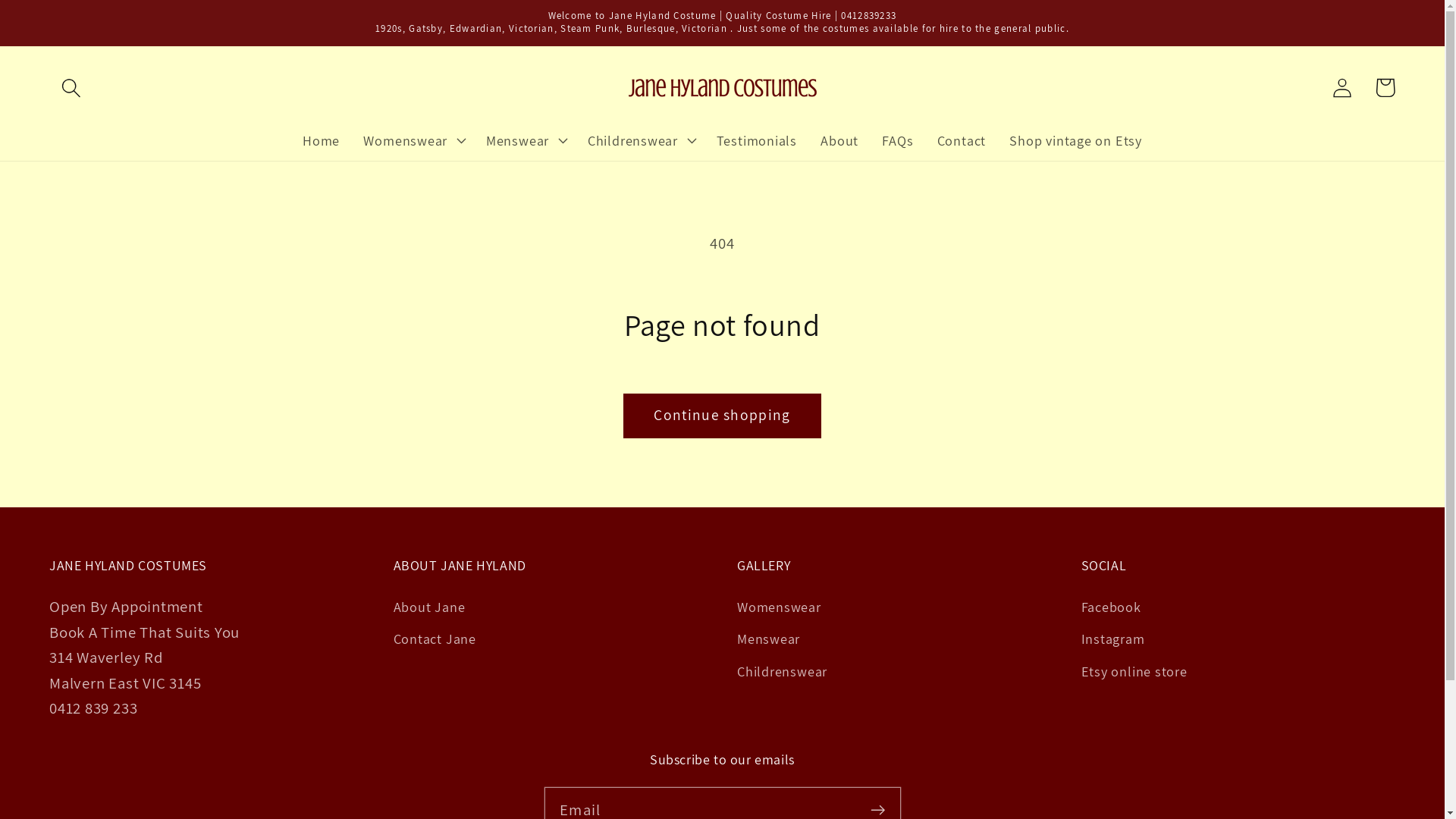  Describe the element at coordinates (1111, 608) in the screenshot. I see `'Facebook'` at that location.